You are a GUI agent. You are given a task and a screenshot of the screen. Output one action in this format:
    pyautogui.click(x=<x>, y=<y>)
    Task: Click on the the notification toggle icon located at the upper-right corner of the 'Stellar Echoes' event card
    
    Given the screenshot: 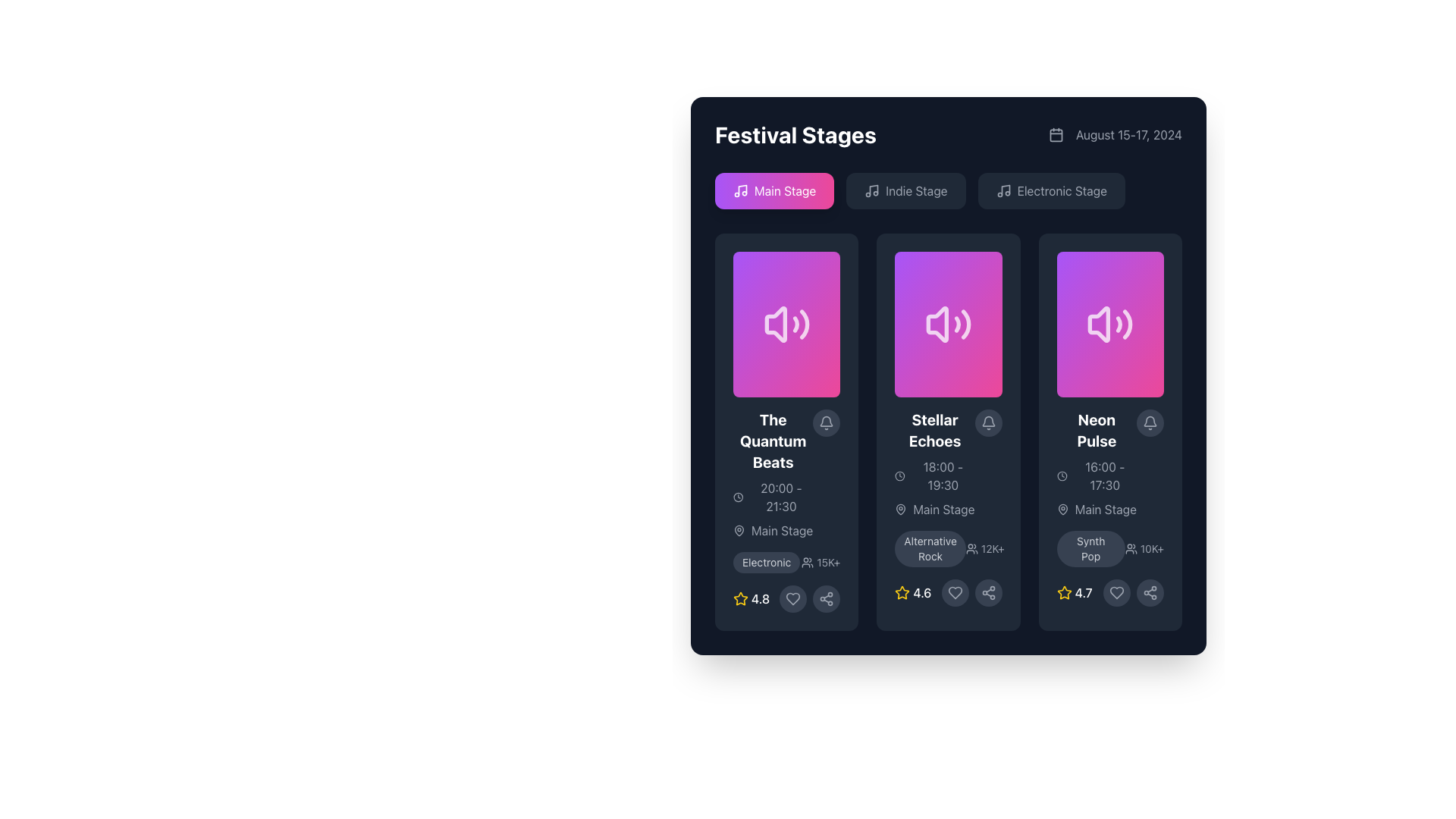 What is the action you would take?
    pyautogui.click(x=988, y=423)
    